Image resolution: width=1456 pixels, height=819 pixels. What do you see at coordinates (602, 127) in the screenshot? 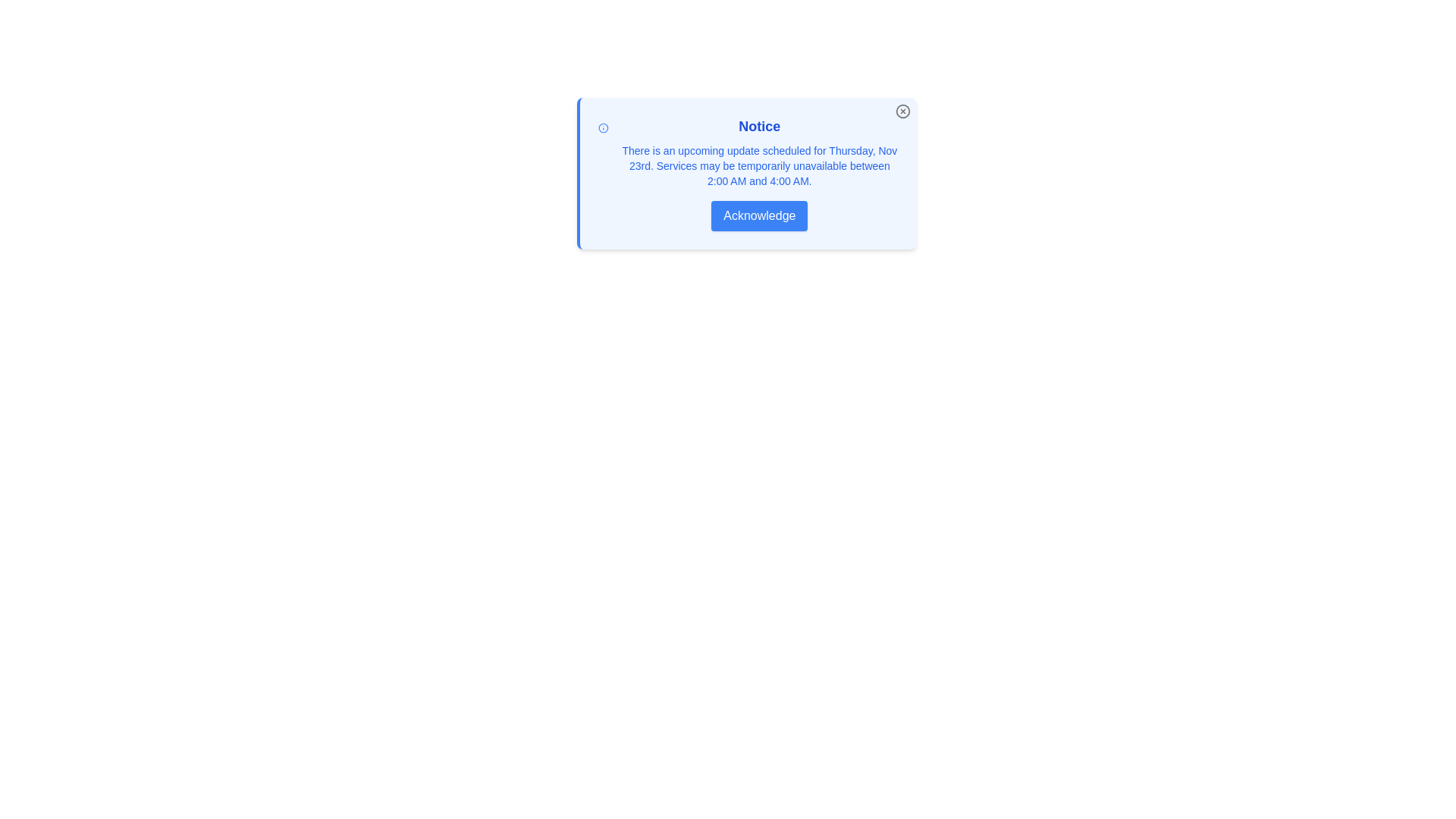
I see `the informational icon located at the top-left of the notification card, adjacent to the 'Notice' heading` at bounding box center [602, 127].